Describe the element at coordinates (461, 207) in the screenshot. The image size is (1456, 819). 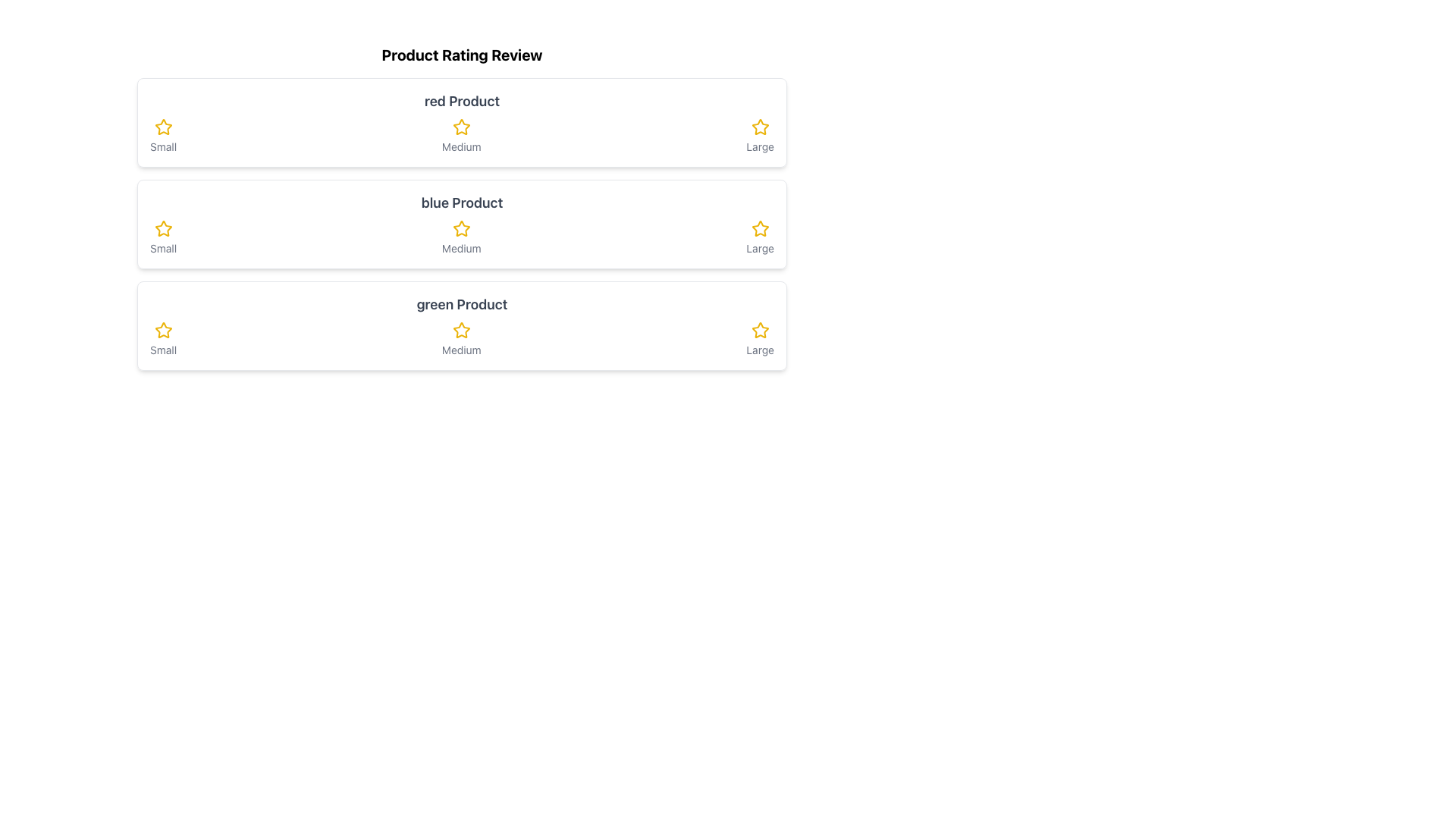
I see `a star button in the interactive rating panel to rate the product based on size preferences` at that location.